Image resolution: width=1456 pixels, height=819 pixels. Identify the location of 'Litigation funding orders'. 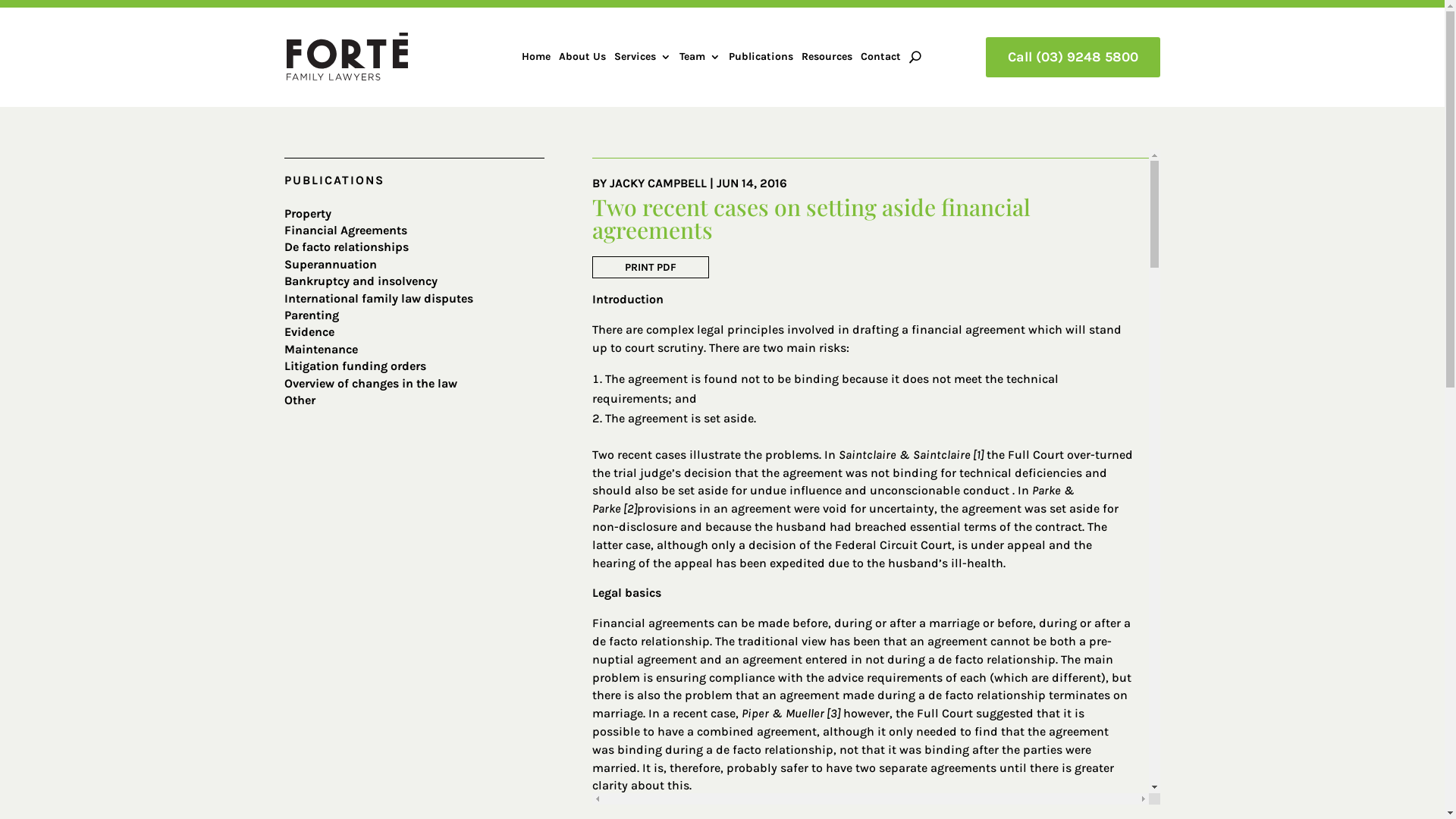
(354, 366).